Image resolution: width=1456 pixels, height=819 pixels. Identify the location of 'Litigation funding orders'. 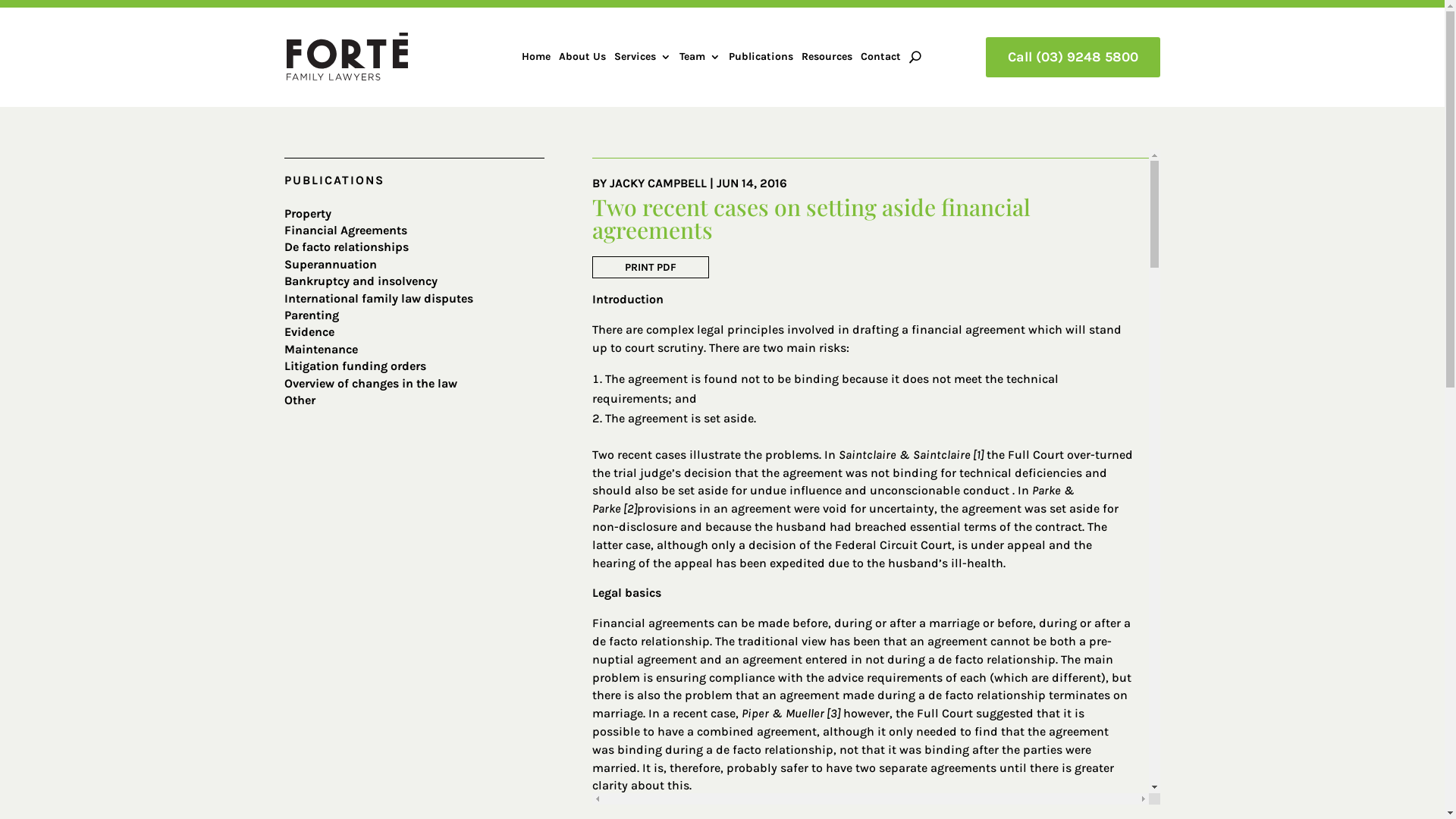
(354, 366).